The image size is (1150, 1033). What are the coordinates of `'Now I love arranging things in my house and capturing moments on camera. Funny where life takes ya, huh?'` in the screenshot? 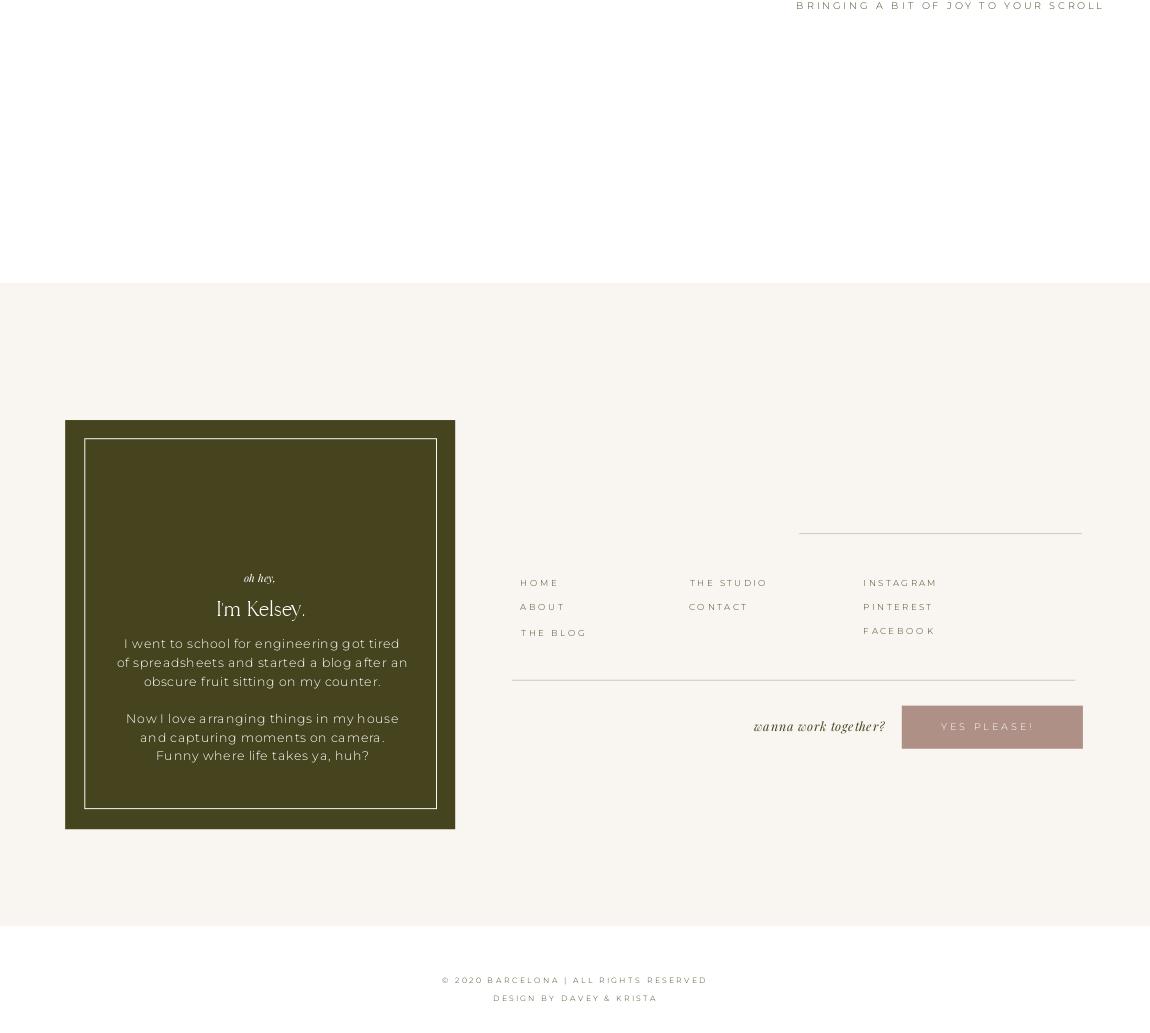 It's located at (260, 736).